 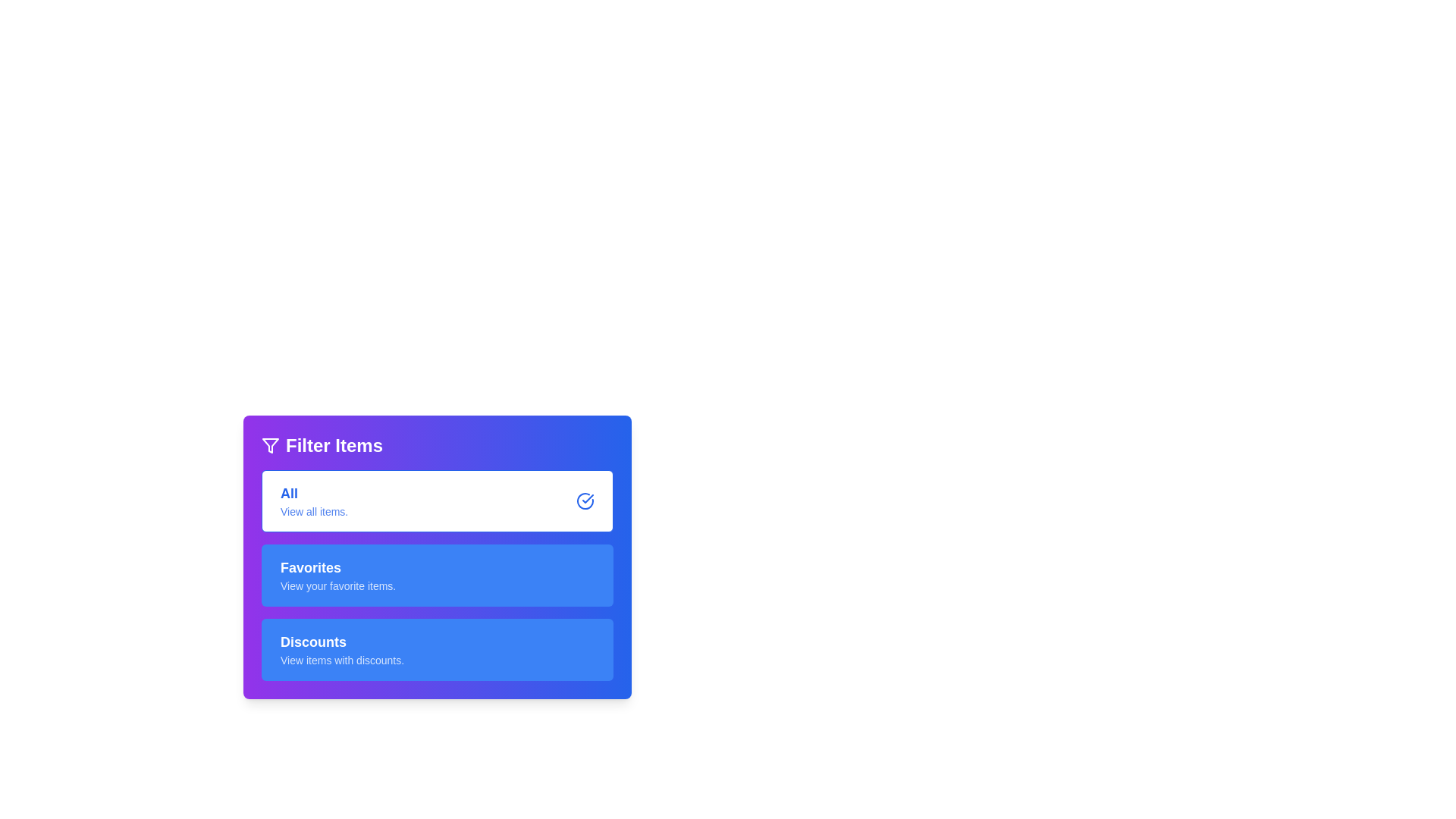 What do you see at coordinates (436, 576) in the screenshot?
I see `the second button in the vertically stacked list, which navigates to the user's favorite items, to trigger a visual effect` at bounding box center [436, 576].